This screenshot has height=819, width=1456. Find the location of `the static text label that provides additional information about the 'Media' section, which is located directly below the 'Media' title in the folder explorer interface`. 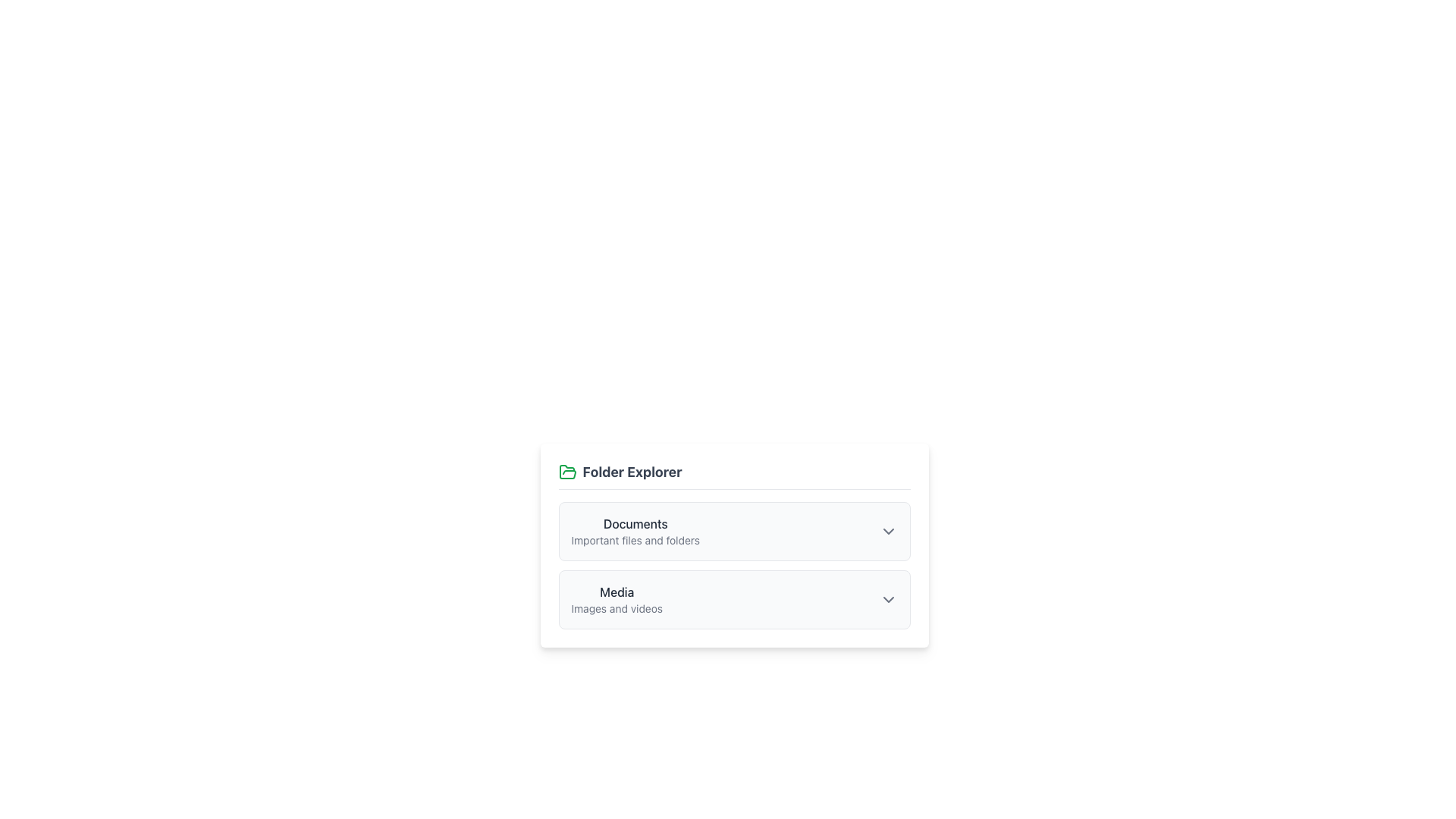

the static text label that provides additional information about the 'Media' section, which is located directly below the 'Media' title in the folder explorer interface is located at coordinates (617, 607).